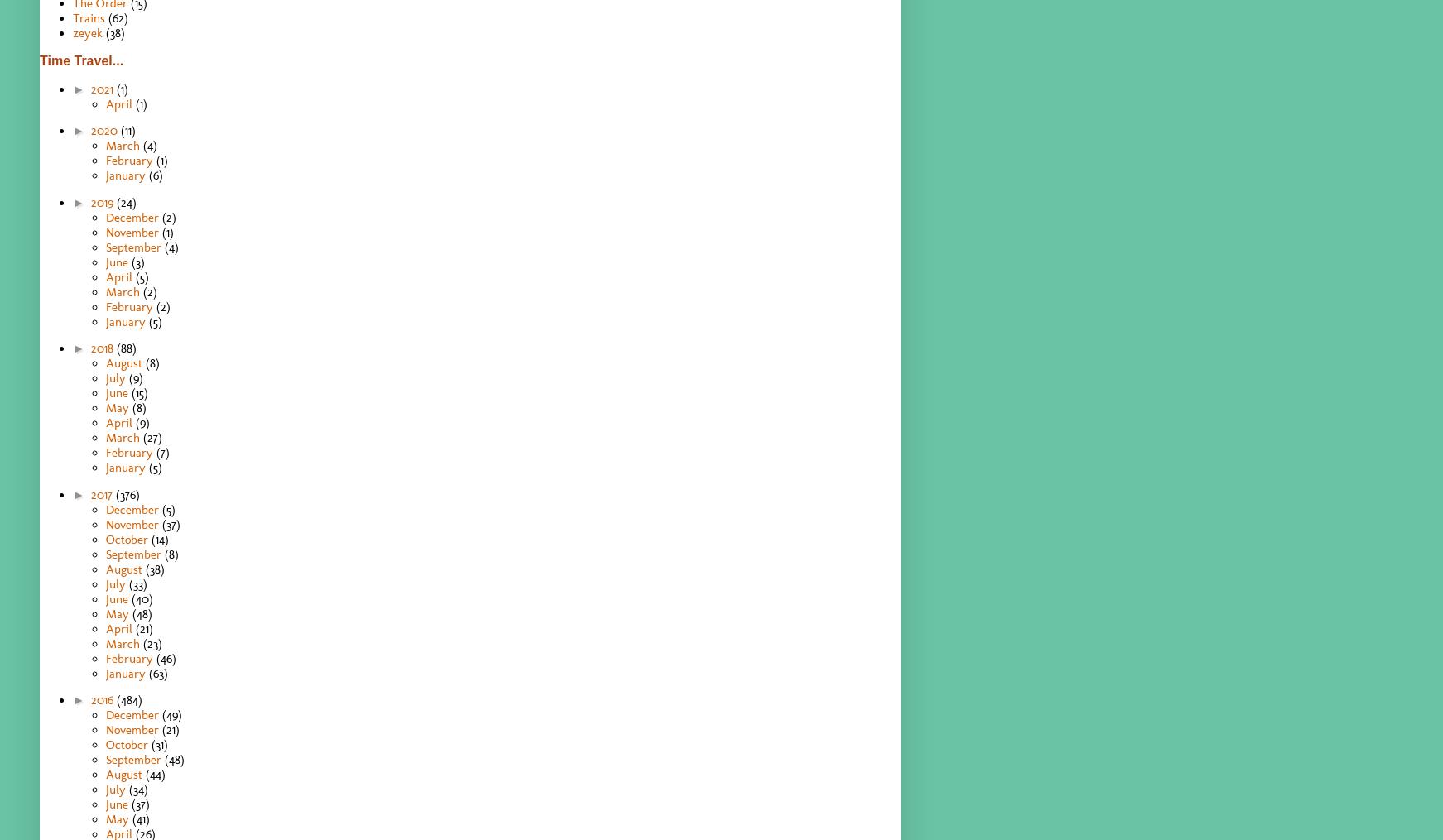  What do you see at coordinates (127, 130) in the screenshot?
I see `'(11)'` at bounding box center [127, 130].